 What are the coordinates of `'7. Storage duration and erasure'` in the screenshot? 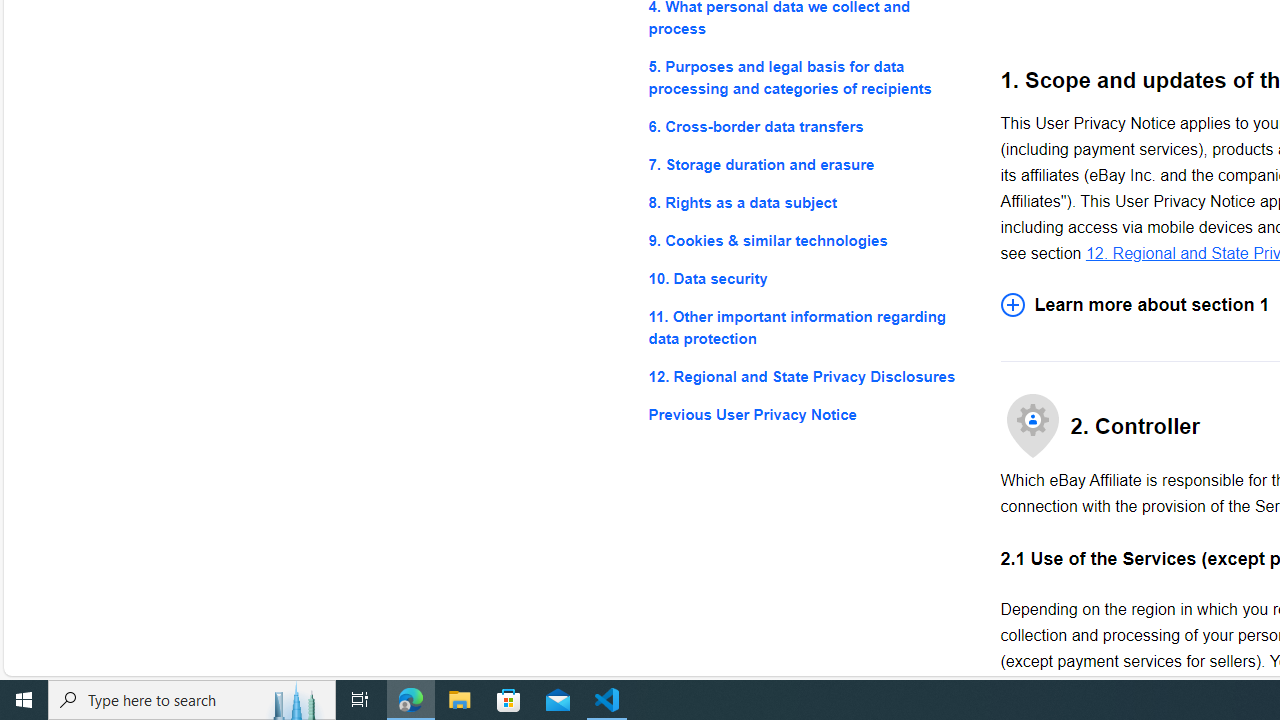 It's located at (808, 163).